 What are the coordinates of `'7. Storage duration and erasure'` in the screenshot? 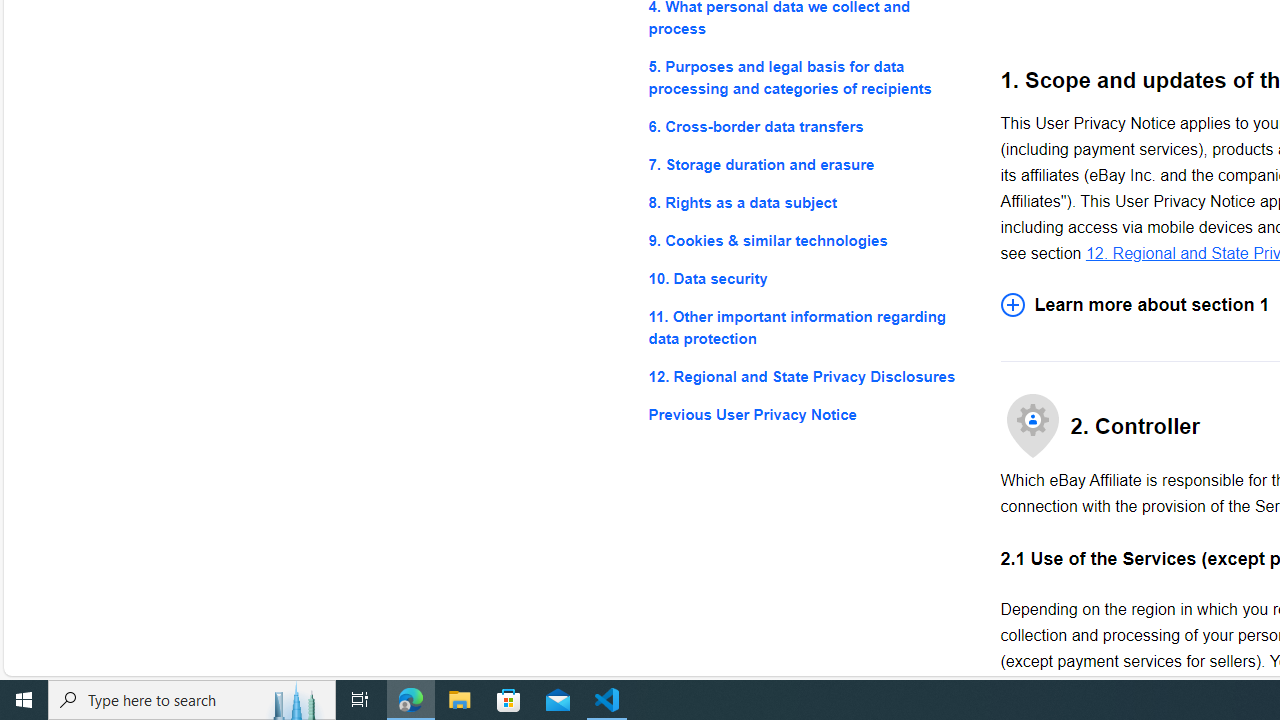 It's located at (808, 163).